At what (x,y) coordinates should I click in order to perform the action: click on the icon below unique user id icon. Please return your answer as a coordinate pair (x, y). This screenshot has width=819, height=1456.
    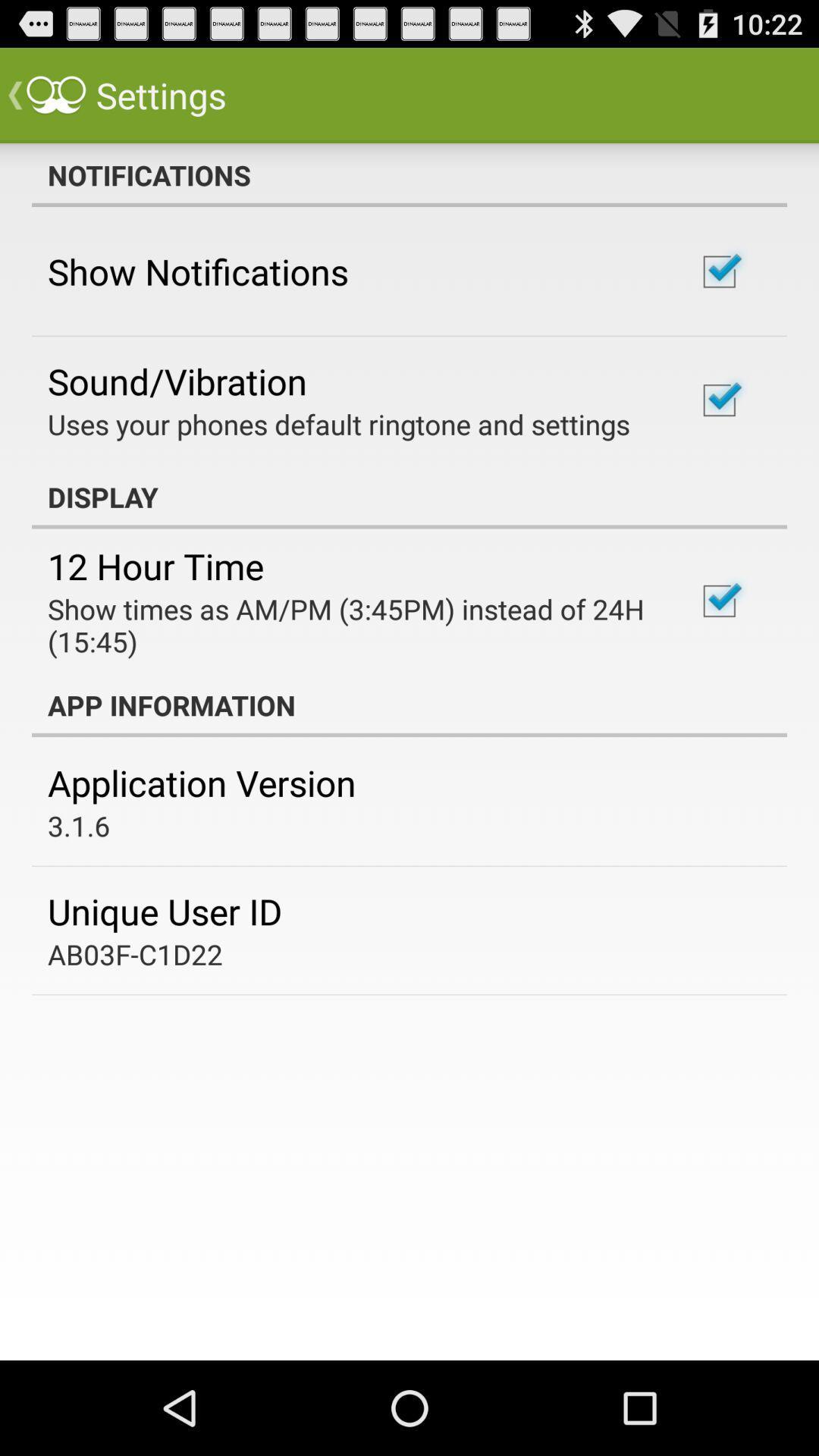
    Looking at the image, I should click on (134, 953).